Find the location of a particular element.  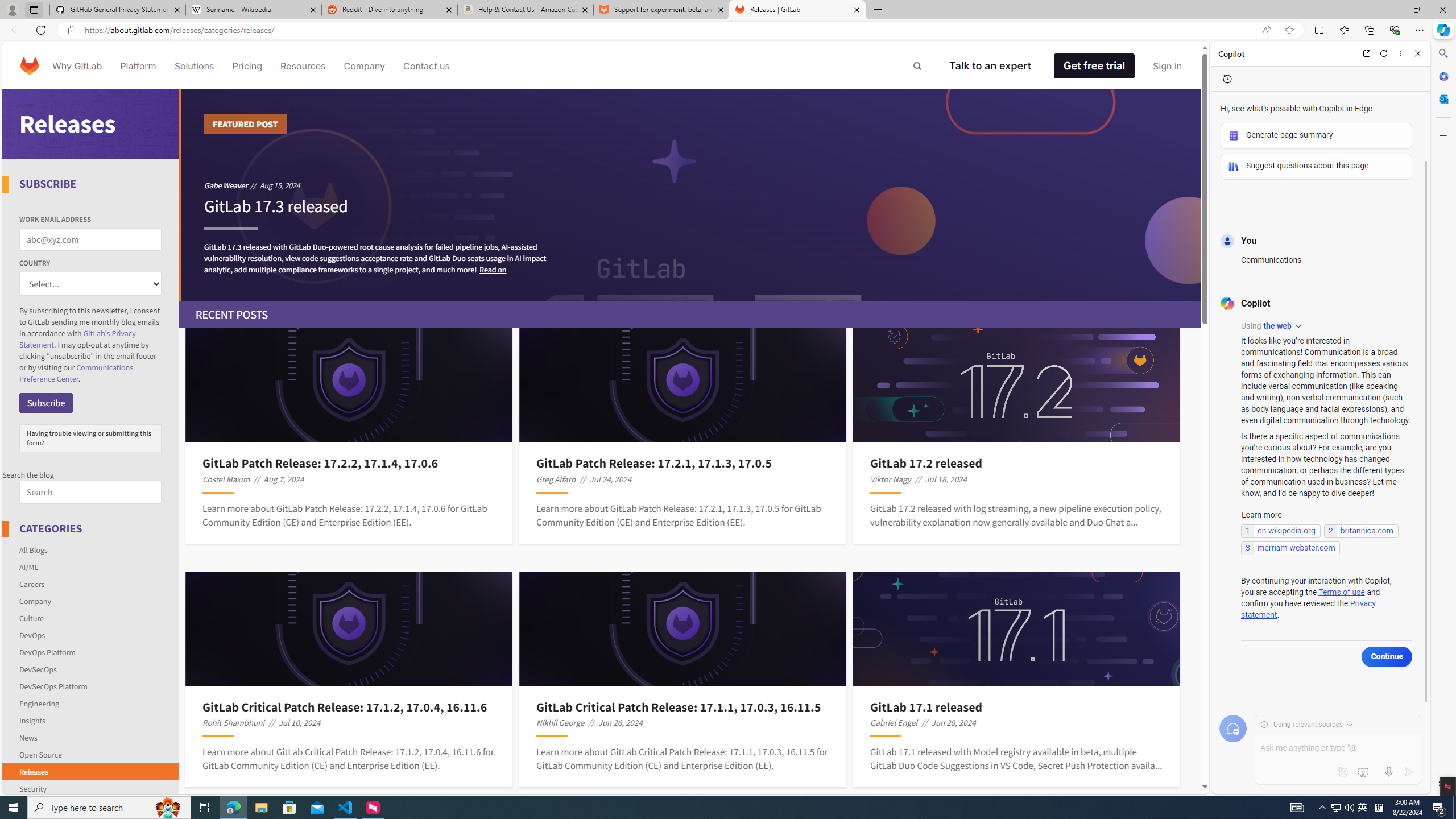

'DevSecOps Platform' is located at coordinates (90, 686).